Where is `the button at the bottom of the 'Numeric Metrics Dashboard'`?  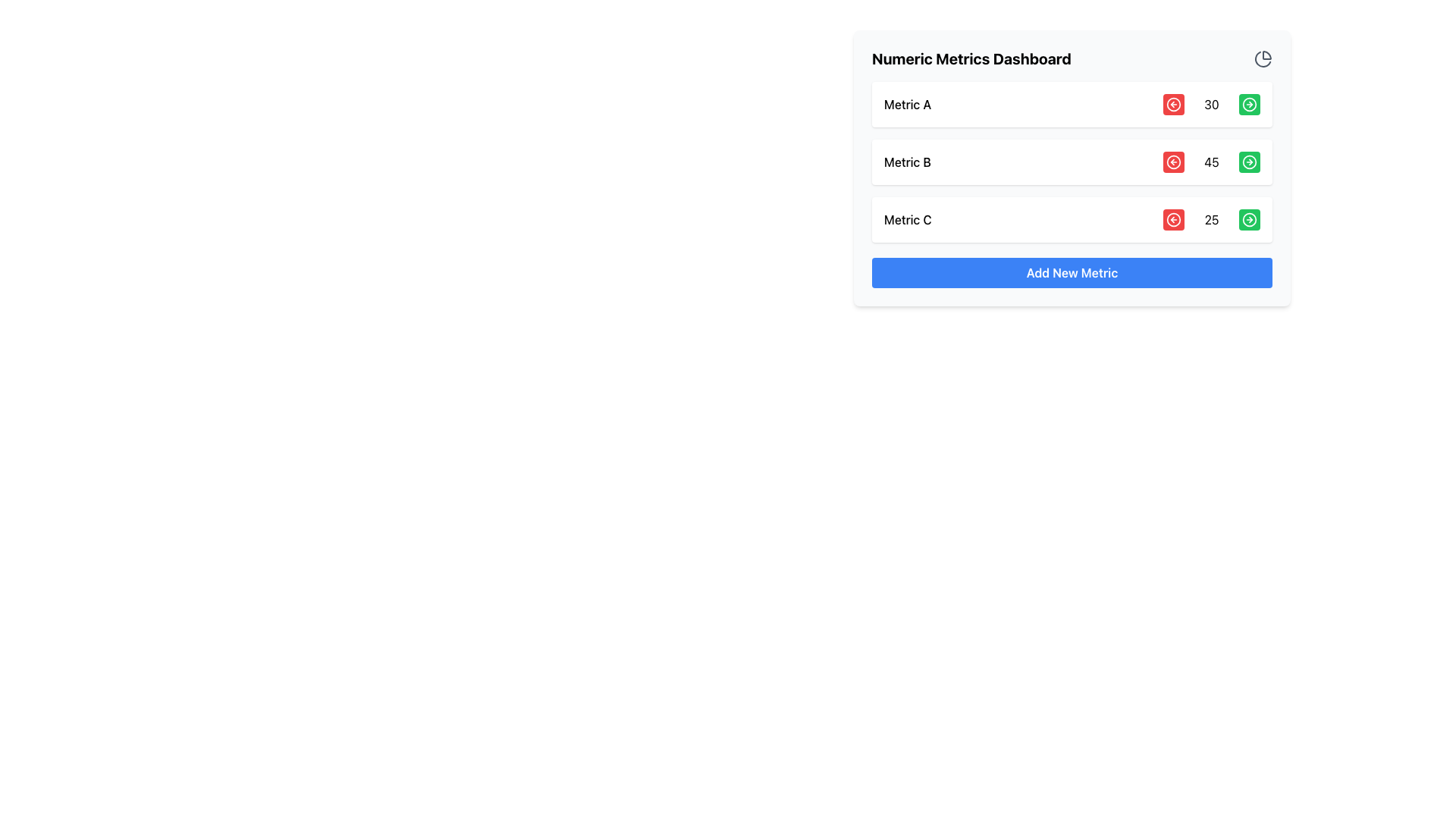 the button at the bottom of the 'Numeric Metrics Dashboard' is located at coordinates (1072, 271).